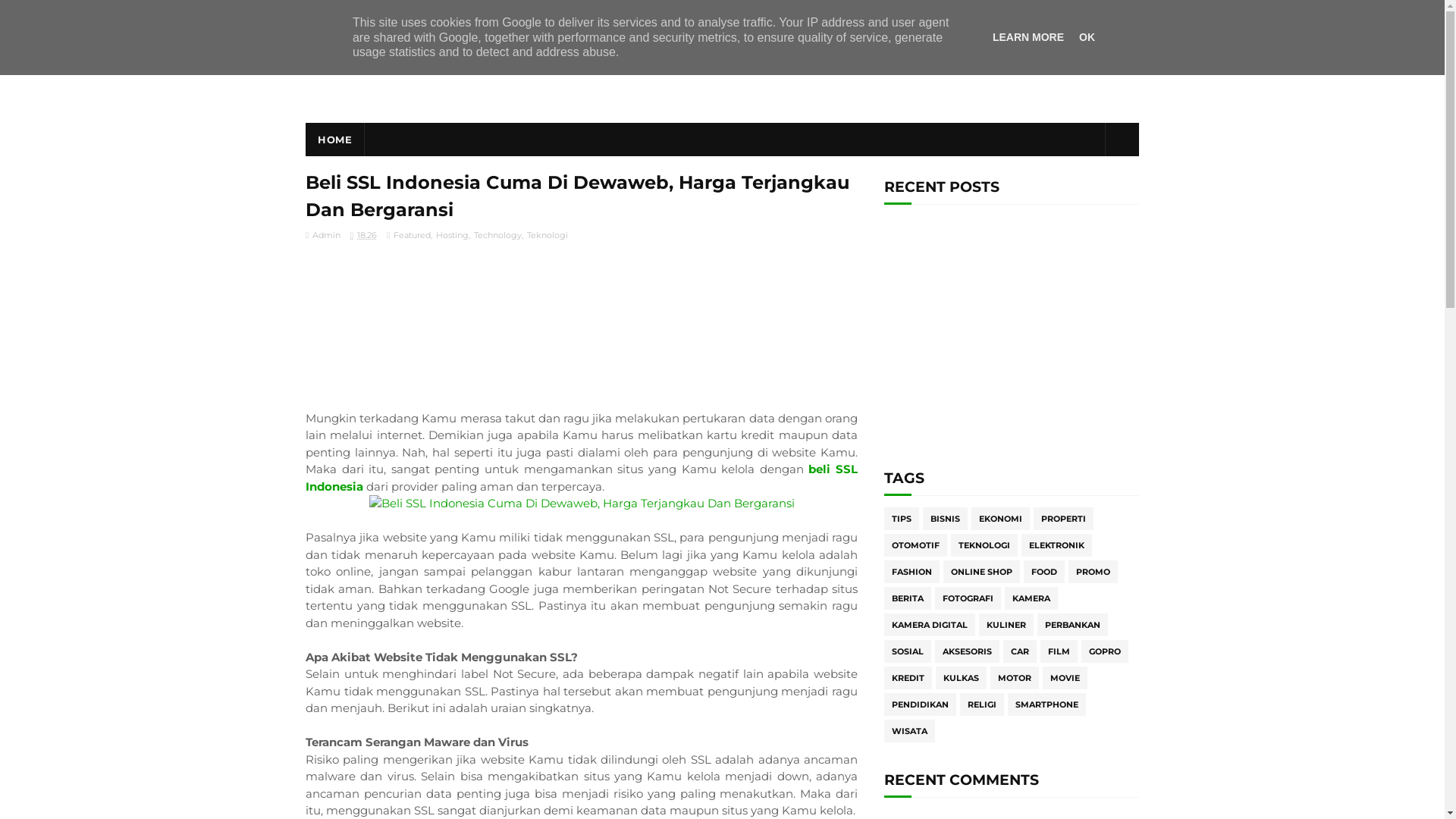  I want to click on 'KAMERA DIGITAL', so click(928, 625).